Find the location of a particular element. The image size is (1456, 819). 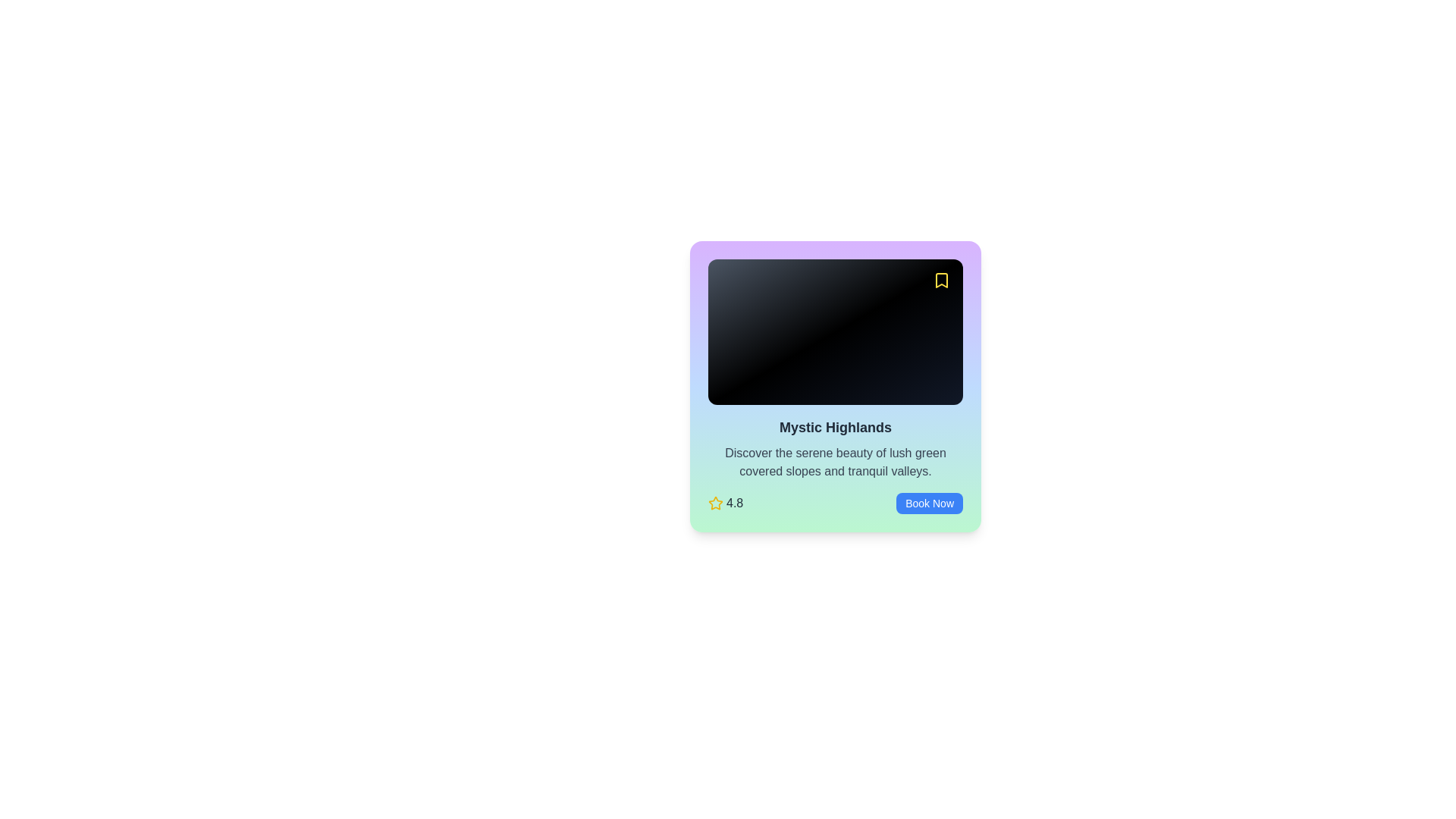

the informational text block describing the serene beauty of 'Mystic Highlands', located below the title and above the rating section is located at coordinates (835, 461).